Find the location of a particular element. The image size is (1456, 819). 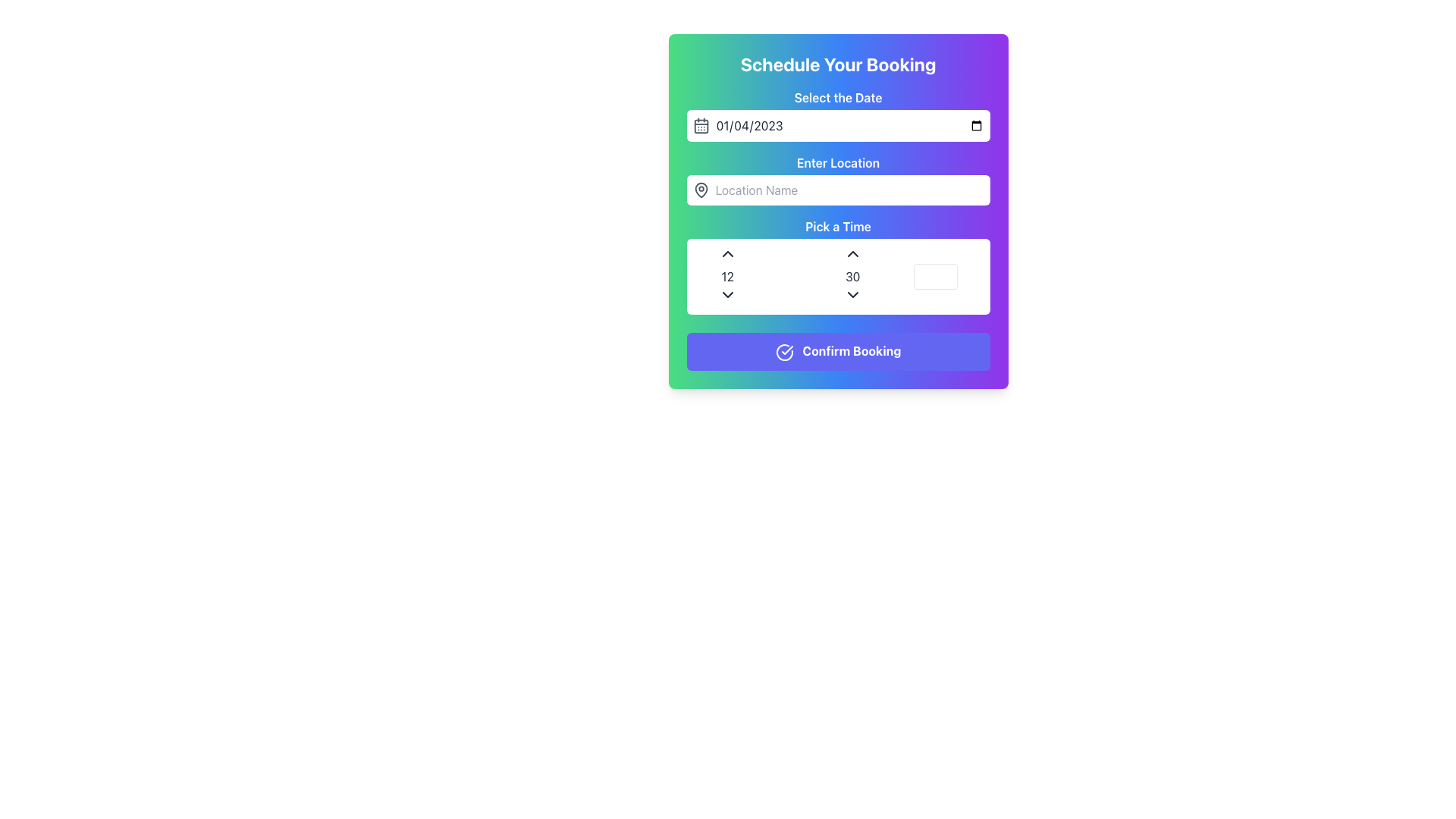

the SVG-based check mark icon inside the 'Confirm Booking' button, located towards the left side of the button's label is located at coordinates (784, 352).